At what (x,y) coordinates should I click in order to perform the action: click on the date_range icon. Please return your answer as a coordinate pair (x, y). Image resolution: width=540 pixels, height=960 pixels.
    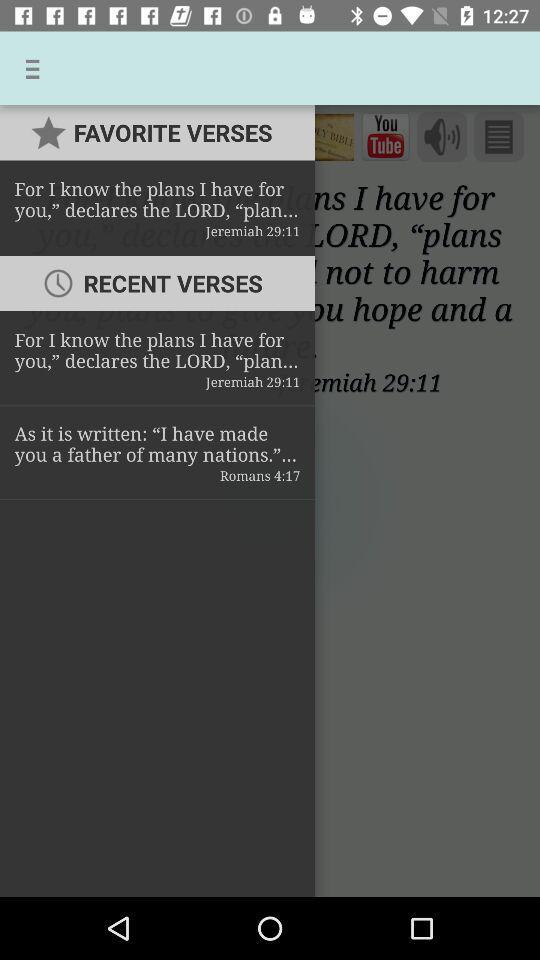
    Looking at the image, I should click on (385, 136).